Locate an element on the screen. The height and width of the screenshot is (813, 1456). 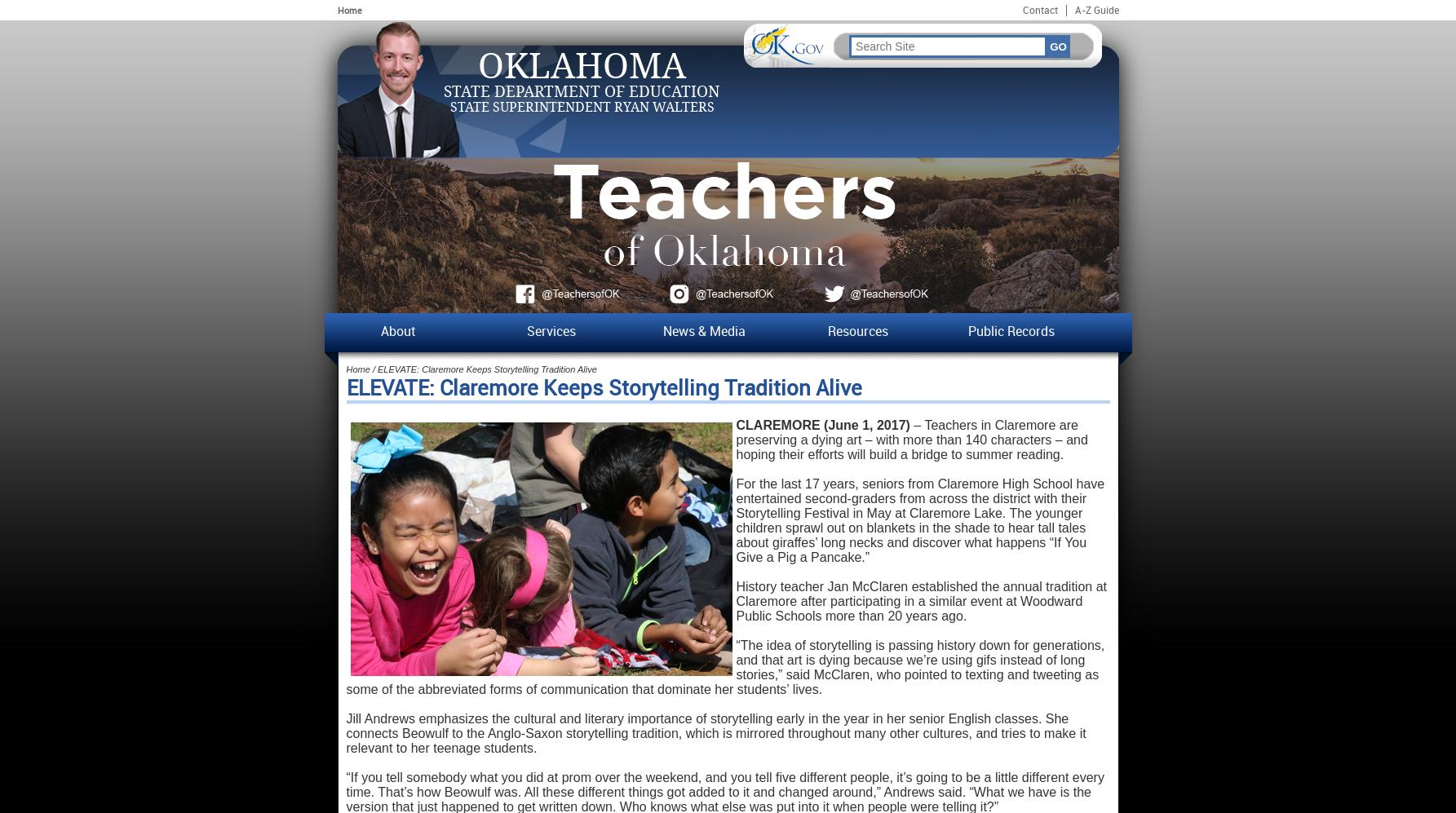
'Careers' is located at coordinates (346, 543).